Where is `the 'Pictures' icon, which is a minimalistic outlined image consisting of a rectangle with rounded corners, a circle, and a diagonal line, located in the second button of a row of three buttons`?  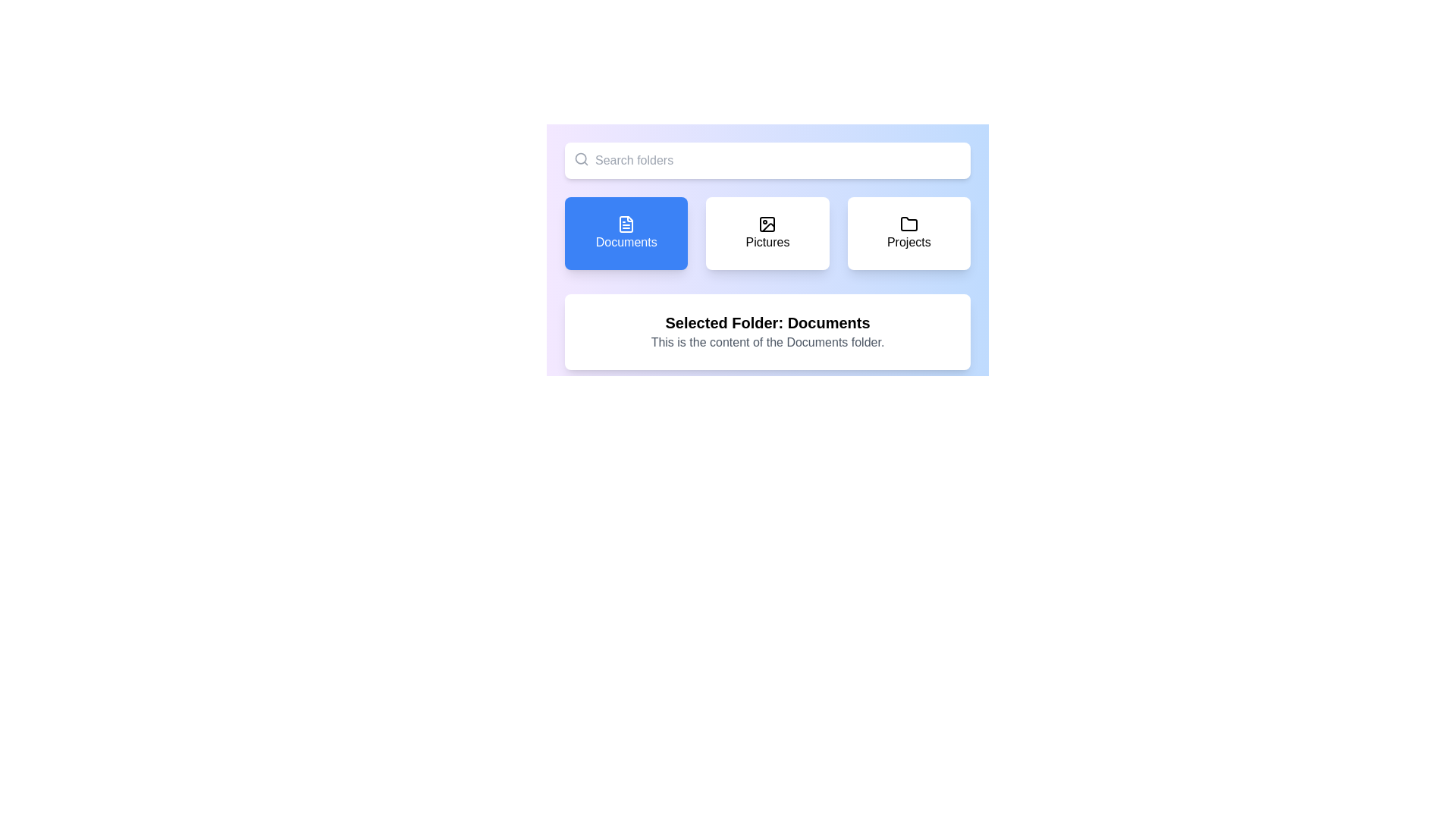 the 'Pictures' icon, which is a minimalistic outlined image consisting of a rectangle with rounded corners, a circle, and a diagonal line, located in the second button of a row of three buttons is located at coordinates (767, 224).